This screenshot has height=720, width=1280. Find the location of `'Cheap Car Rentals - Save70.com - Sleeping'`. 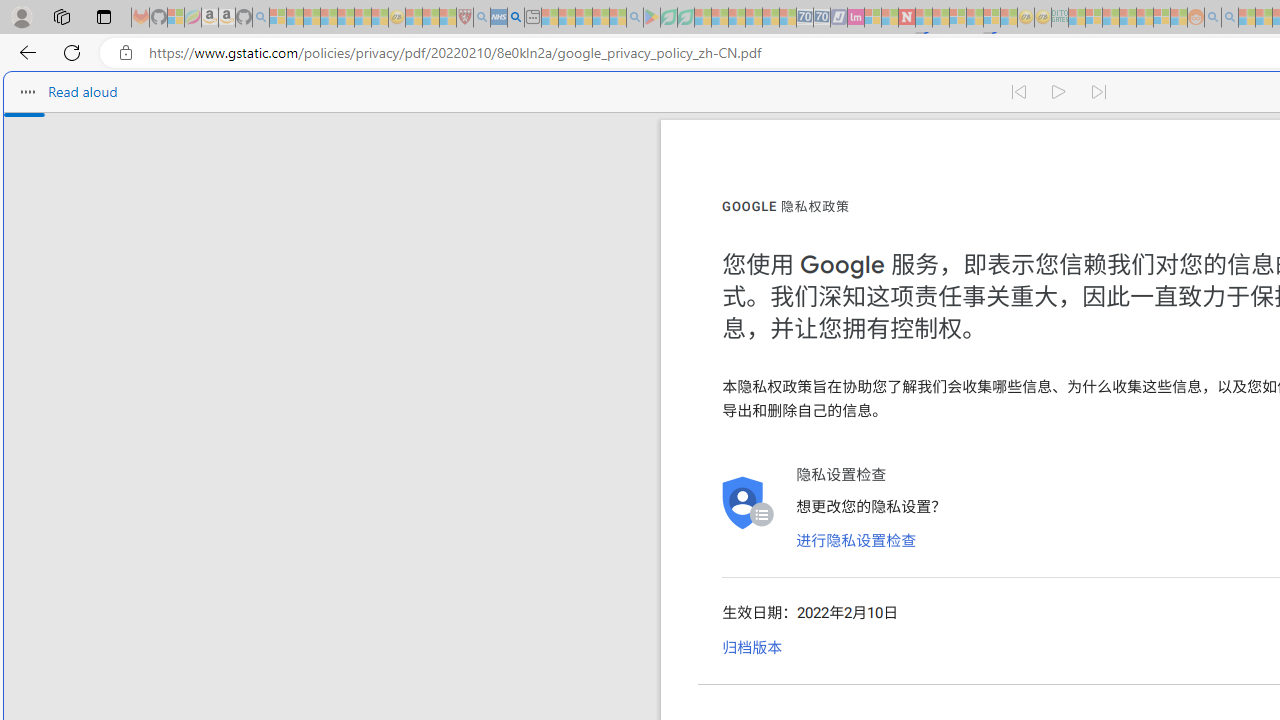

'Cheap Car Rentals - Save70.com - Sleeping' is located at coordinates (805, 17).